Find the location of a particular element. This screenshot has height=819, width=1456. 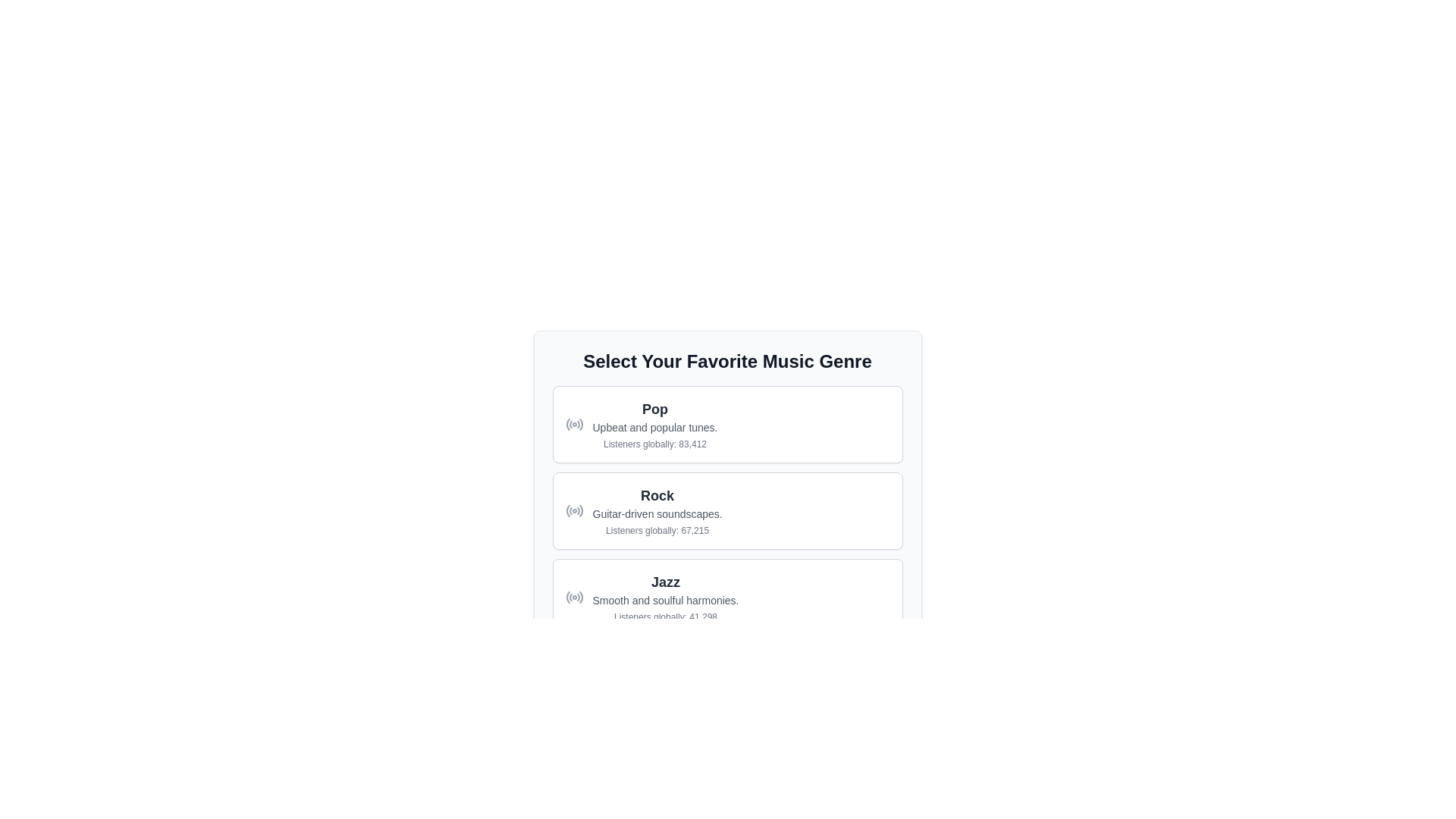

the Jazz icon located to the left of the text 'Jazz' in the third rectangular button-like section of the vertical list of options is located at coordinates (573, 596).